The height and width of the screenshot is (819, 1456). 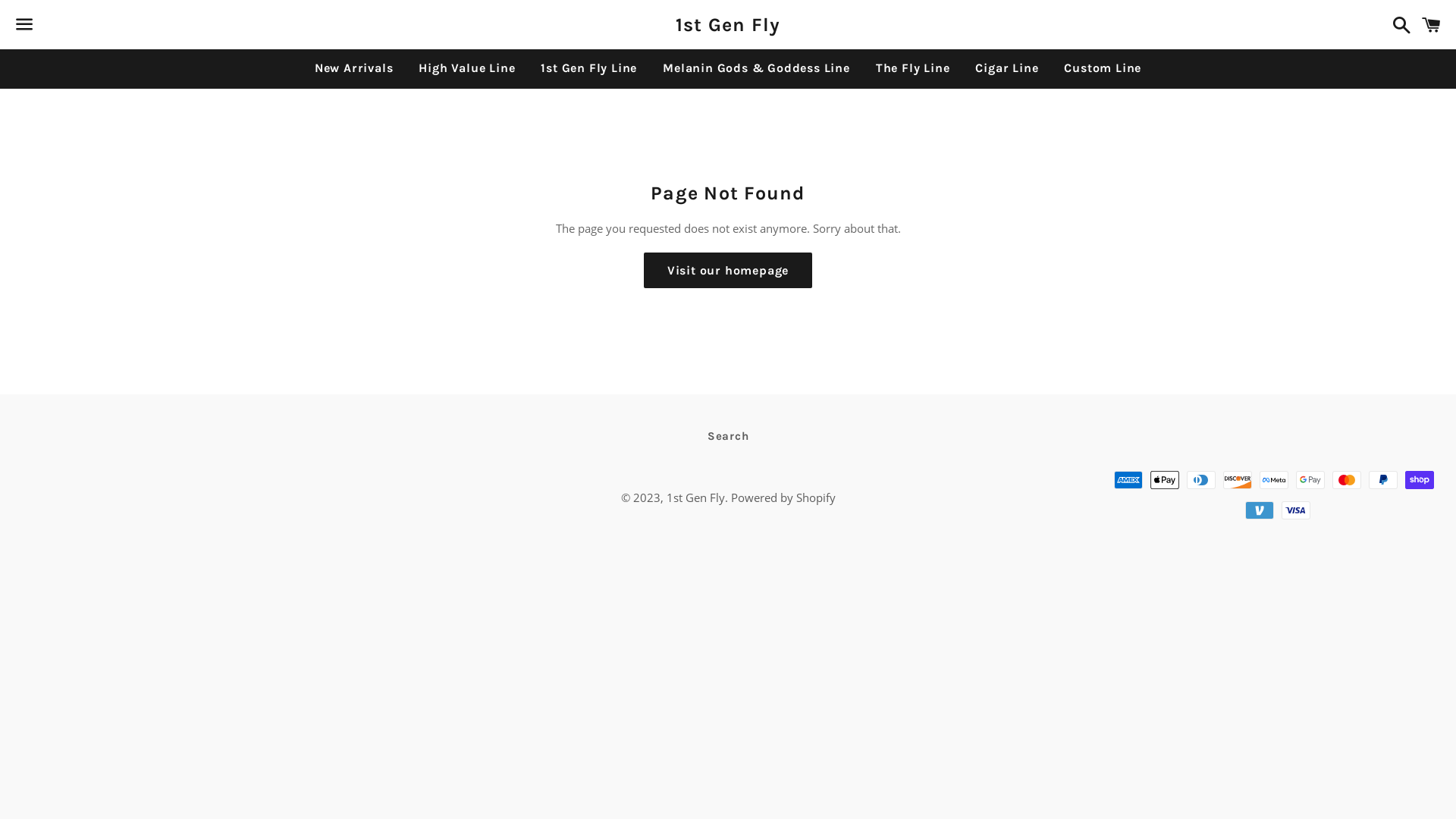 I want to click on 'Powered by Shopify', so click(x=731, y=497).